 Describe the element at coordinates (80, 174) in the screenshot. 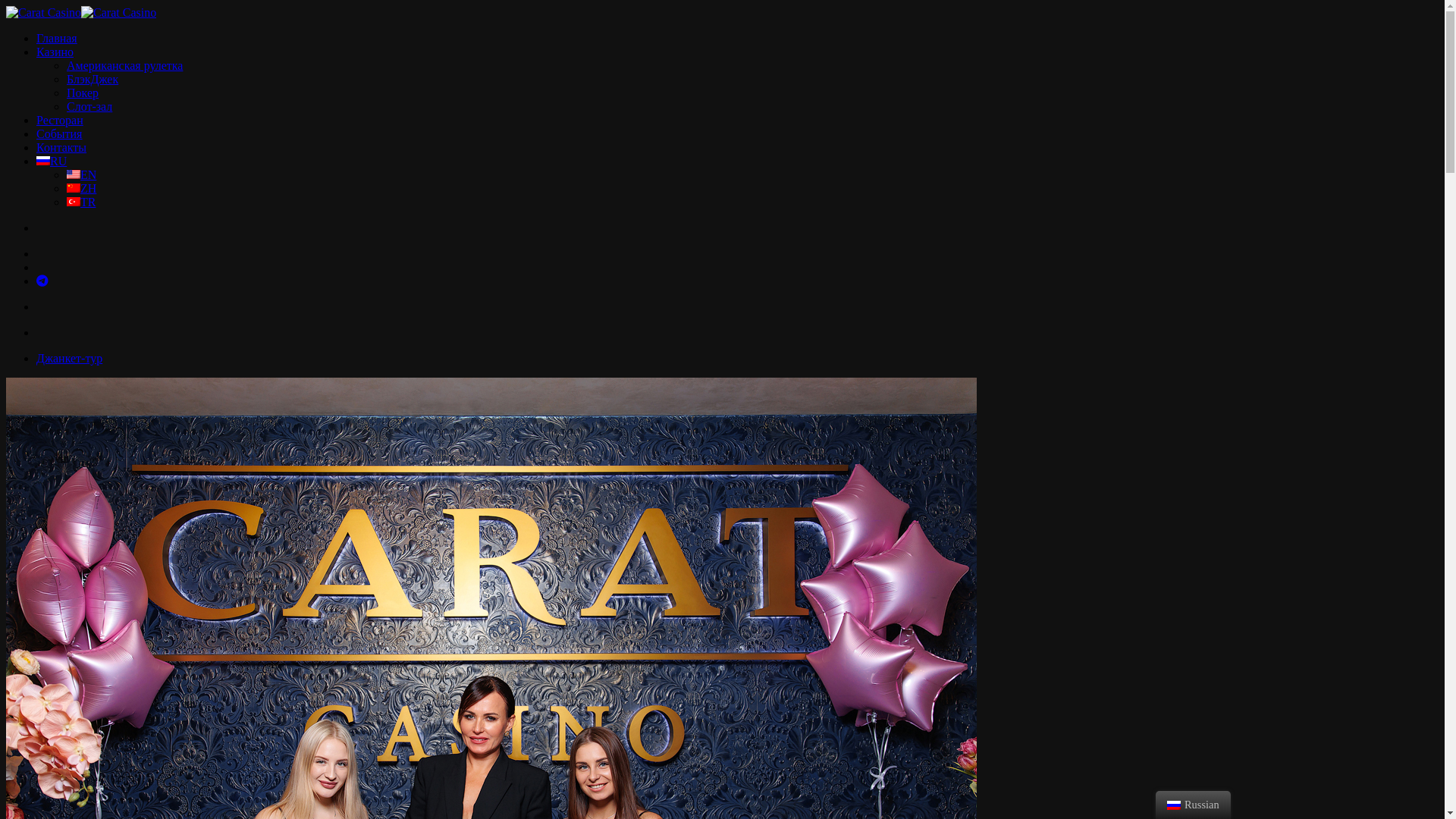

I see `'EN'` at that location.